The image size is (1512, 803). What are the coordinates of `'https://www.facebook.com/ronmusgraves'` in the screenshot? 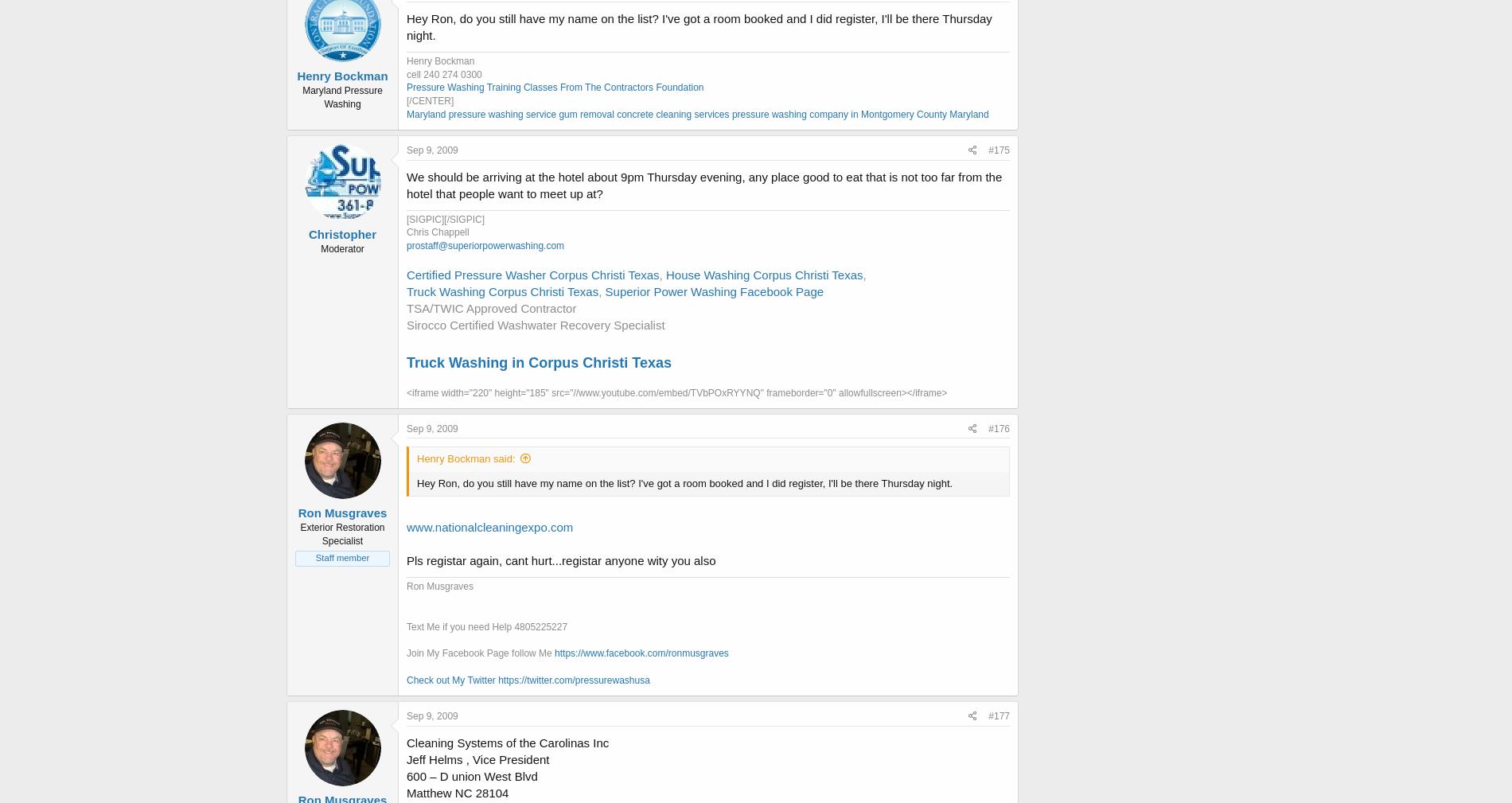 It's located at (640, 653).